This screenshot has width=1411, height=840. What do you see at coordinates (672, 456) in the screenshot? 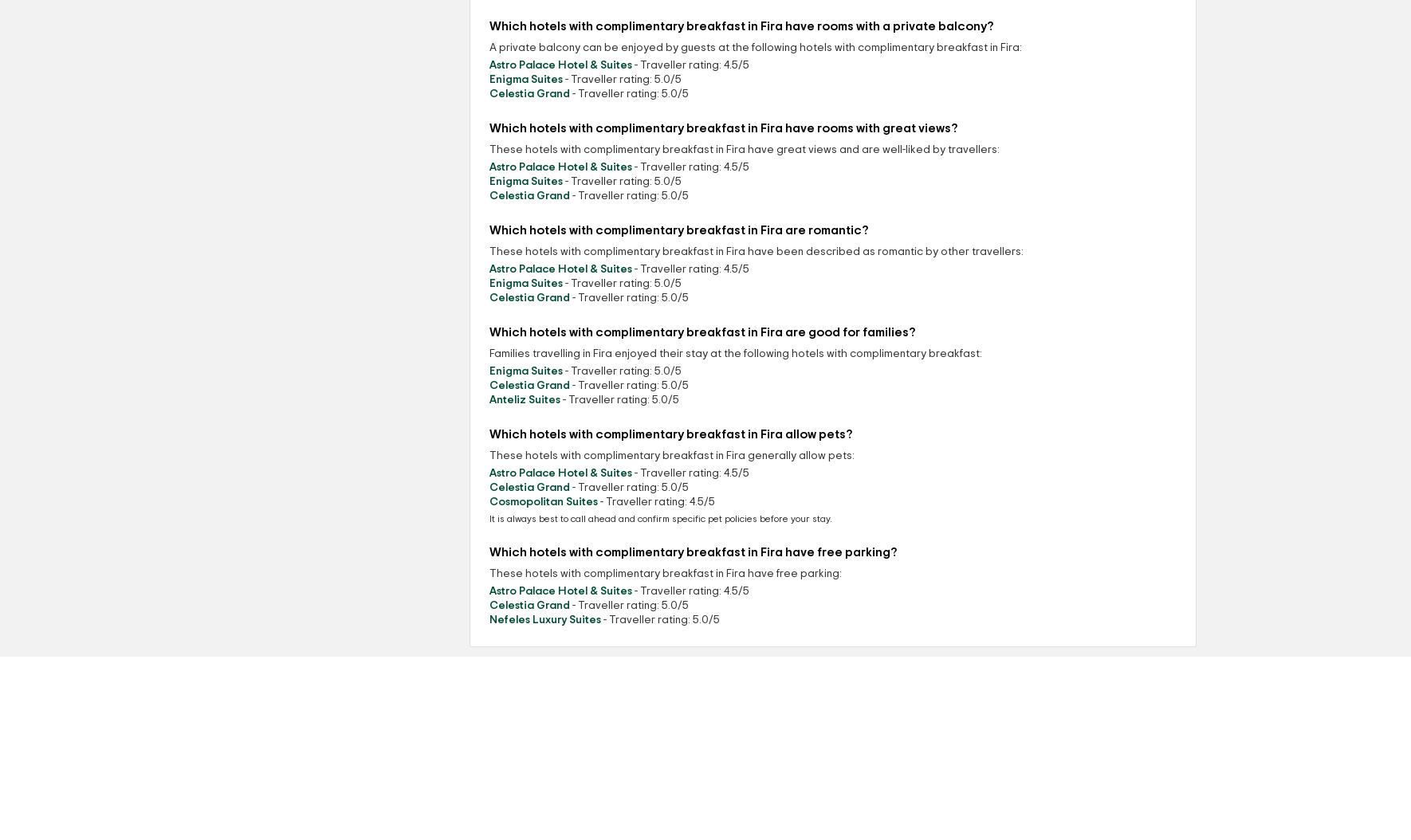
I see `'These hotels with complimentary breakfast in Fira generally allow pets:'` at bounding box center [672, 456].